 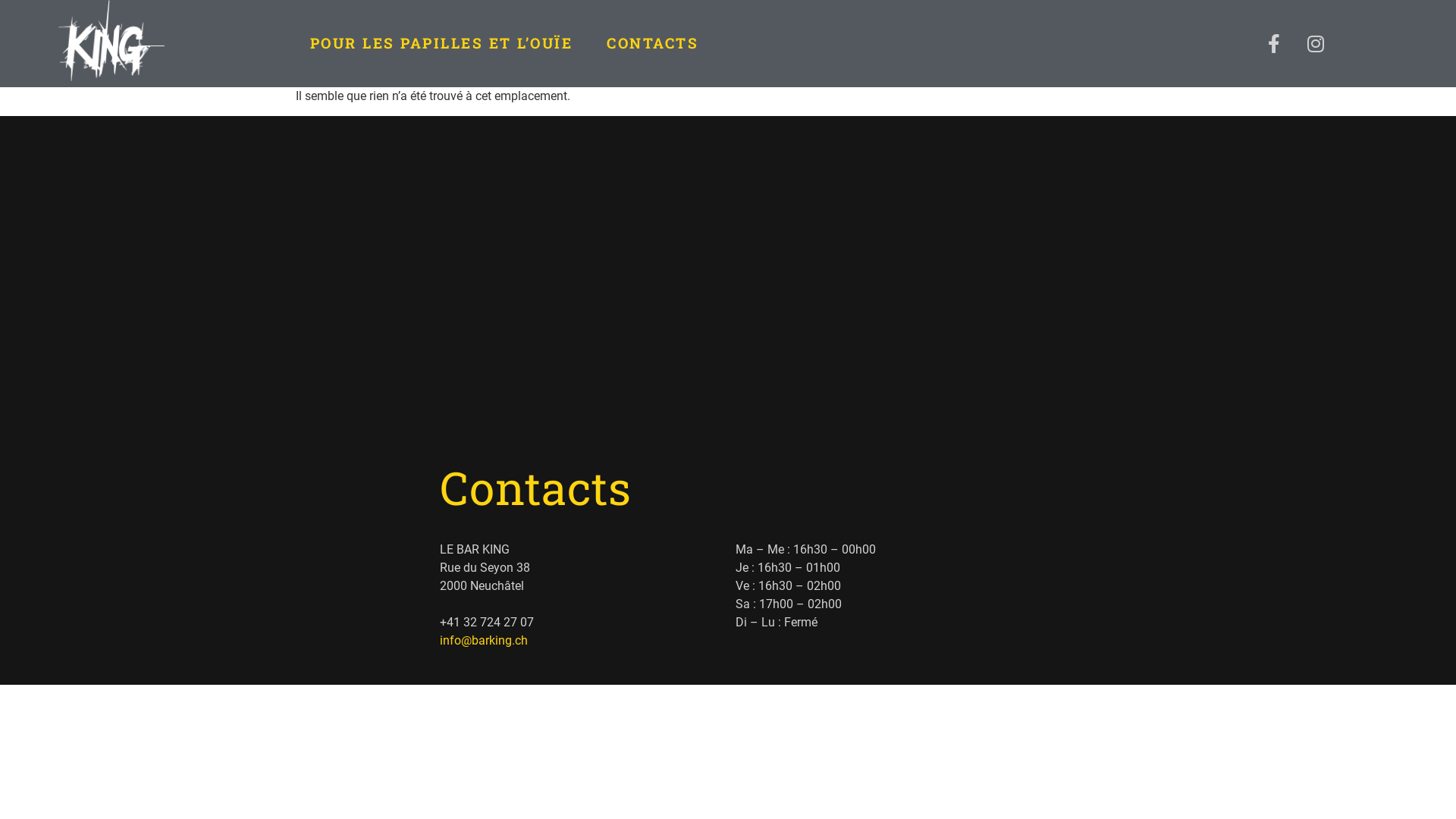 What do you see at coordinates (483, 640) in the screenshot?
I see `'info@barking.ch'` at bounding box center [483, 640].